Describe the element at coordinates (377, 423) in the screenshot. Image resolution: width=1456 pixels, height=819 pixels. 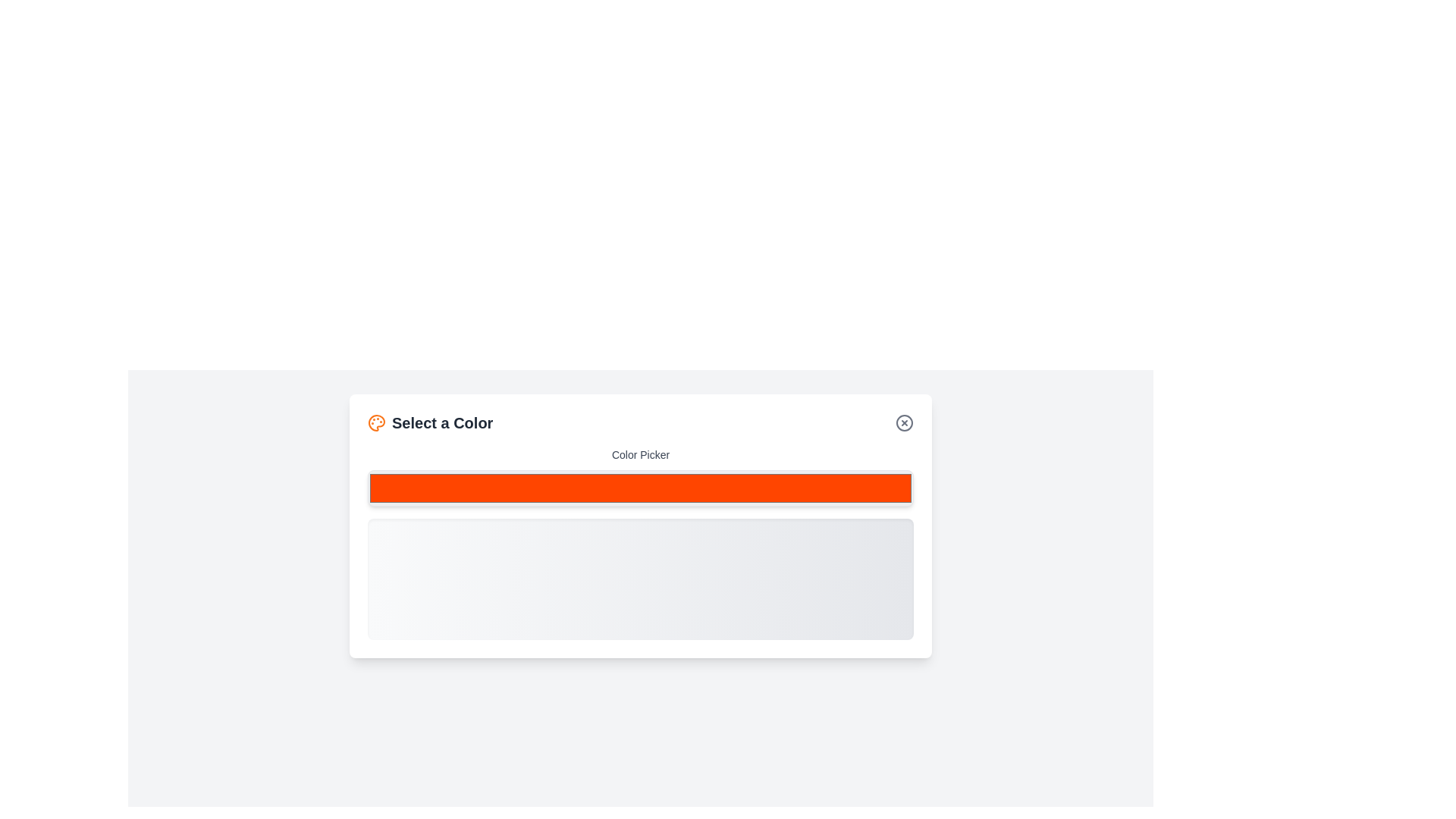
I see `the orange painter's palette icon located to the left of the 'Select a Color' text in the header section of the modal dialog` at that location.